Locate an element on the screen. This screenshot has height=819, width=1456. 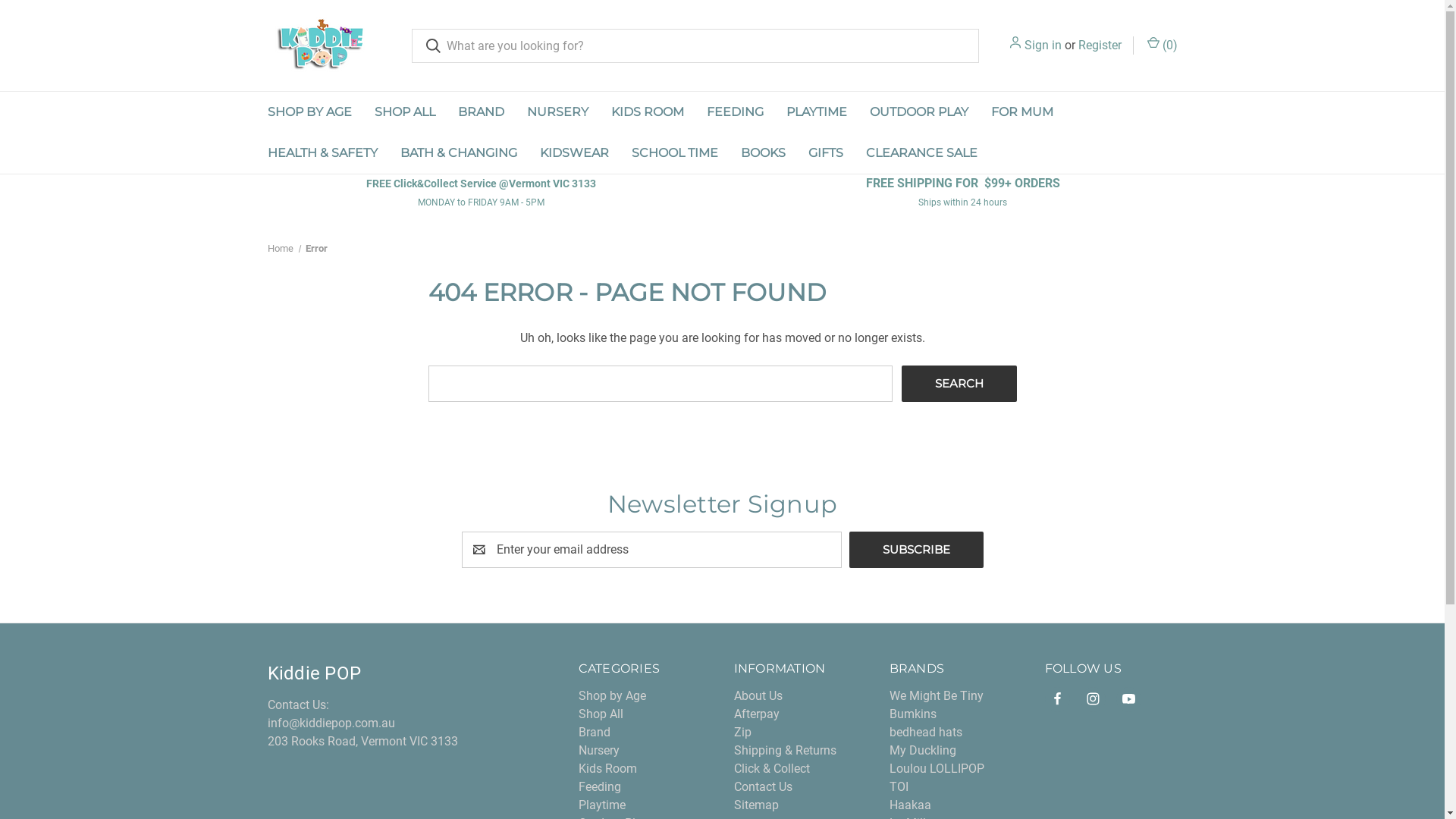
'Brand' is located at coordinates (578, 731).